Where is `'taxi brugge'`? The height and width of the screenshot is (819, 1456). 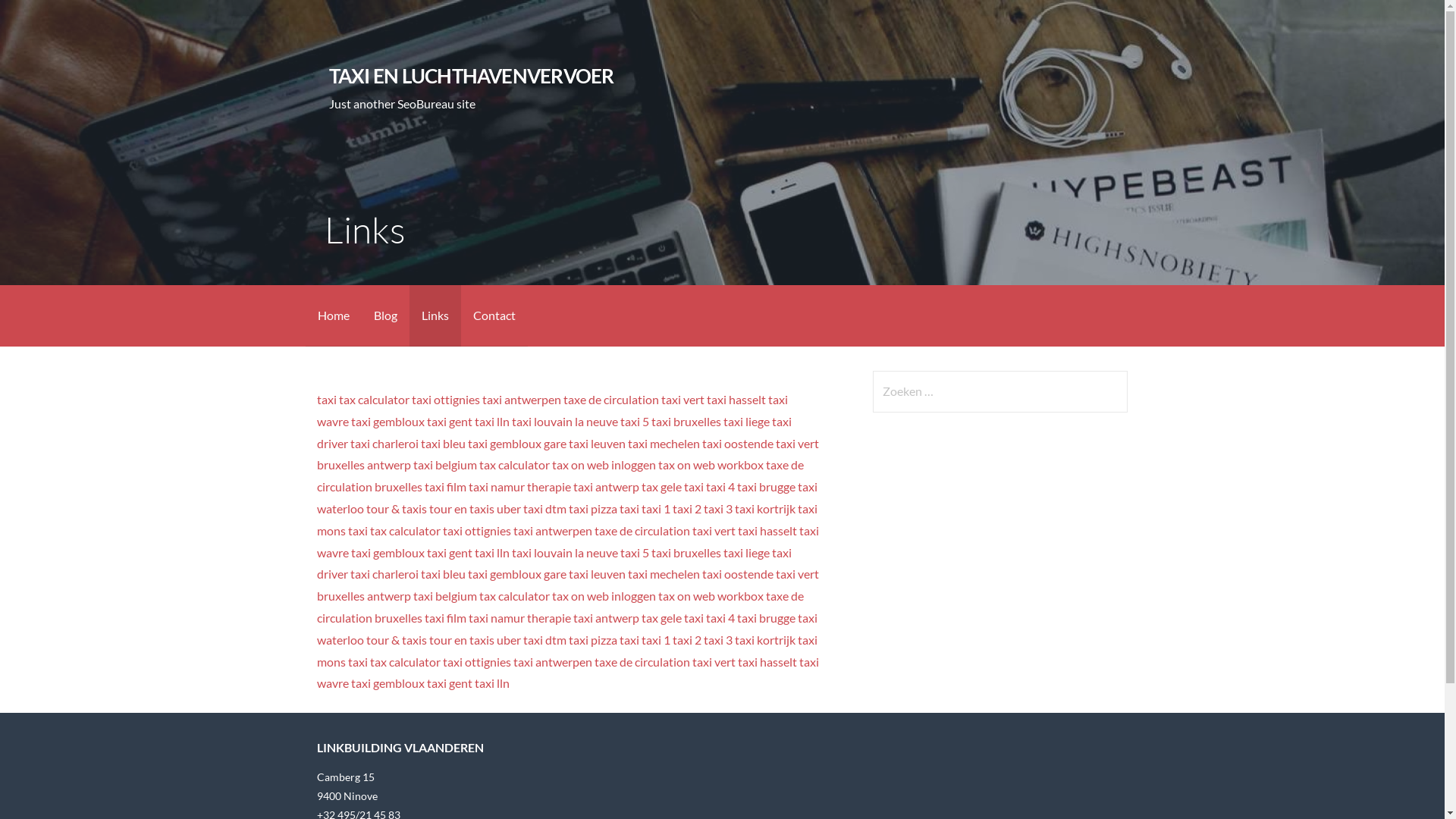
'taxi brugge' is located at coordinates (766, 486).